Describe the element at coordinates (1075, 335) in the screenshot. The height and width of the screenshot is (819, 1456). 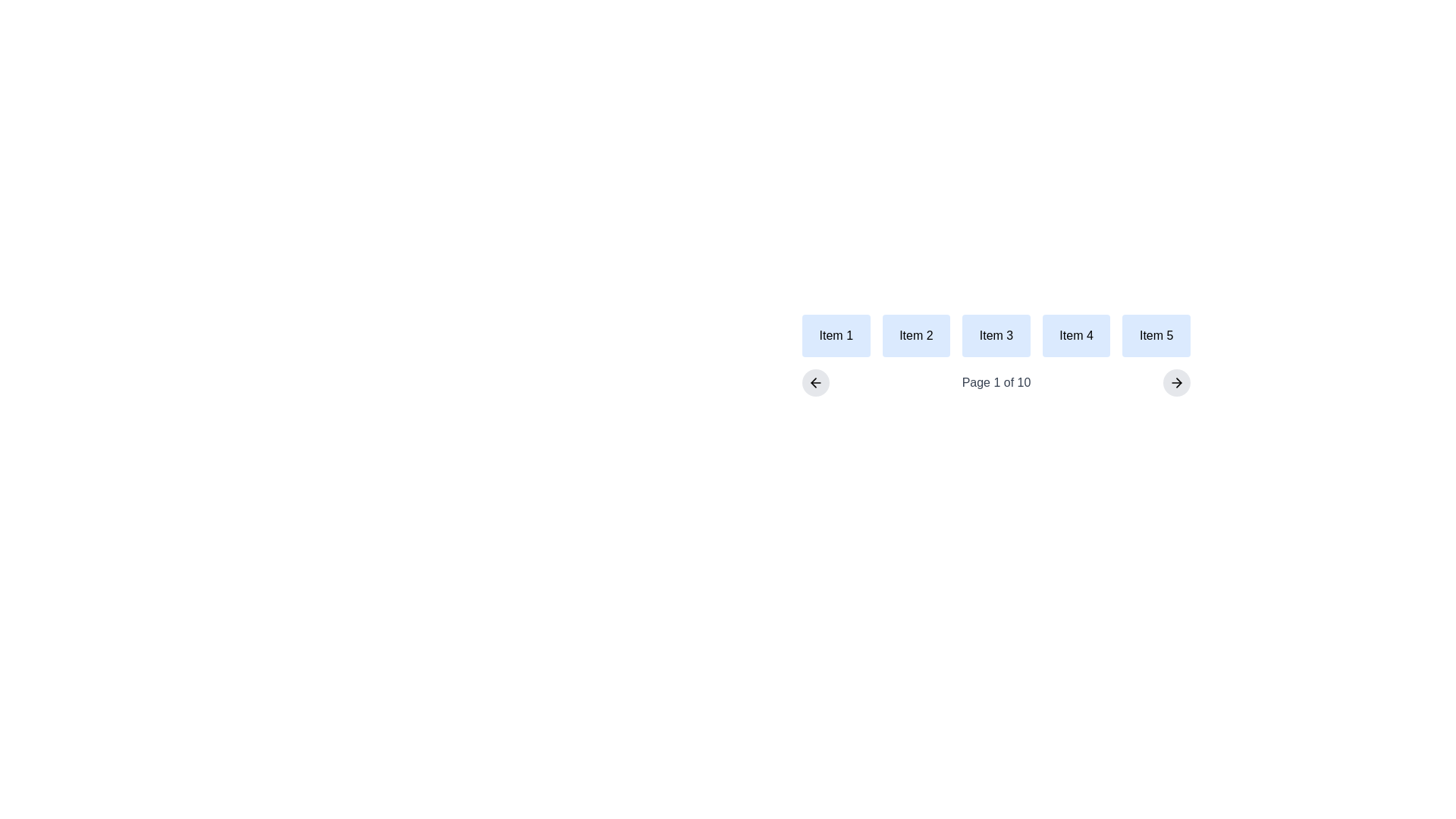
I see `the fourth informational card in a horizontally aligned grid of 5 items, located between 'Item 3' and 'Item 5'` at that location.